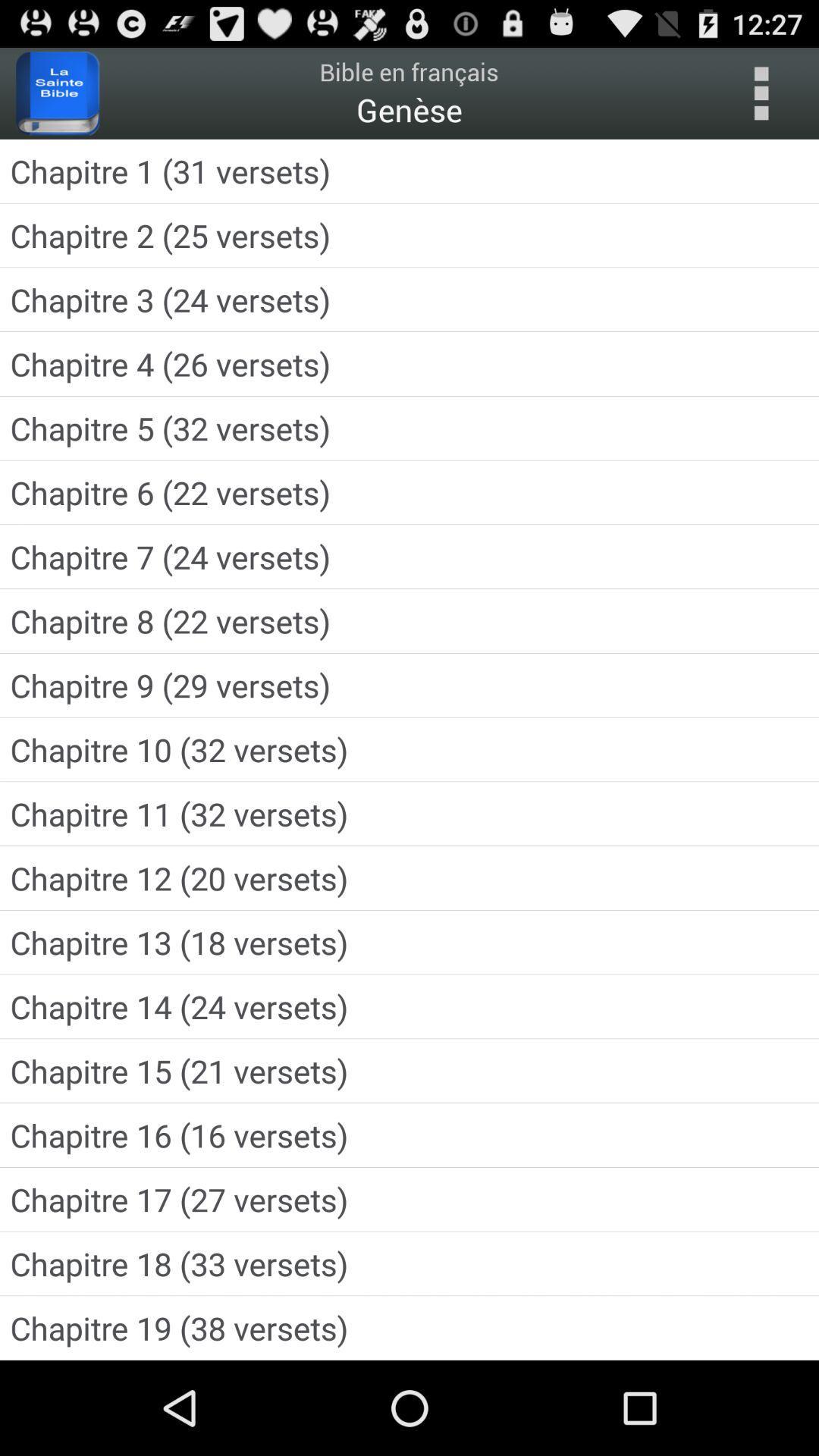  Describe the element at coordinates (409, 684) in the screenshot. I see `the chapitre 9 29 app` at that location.